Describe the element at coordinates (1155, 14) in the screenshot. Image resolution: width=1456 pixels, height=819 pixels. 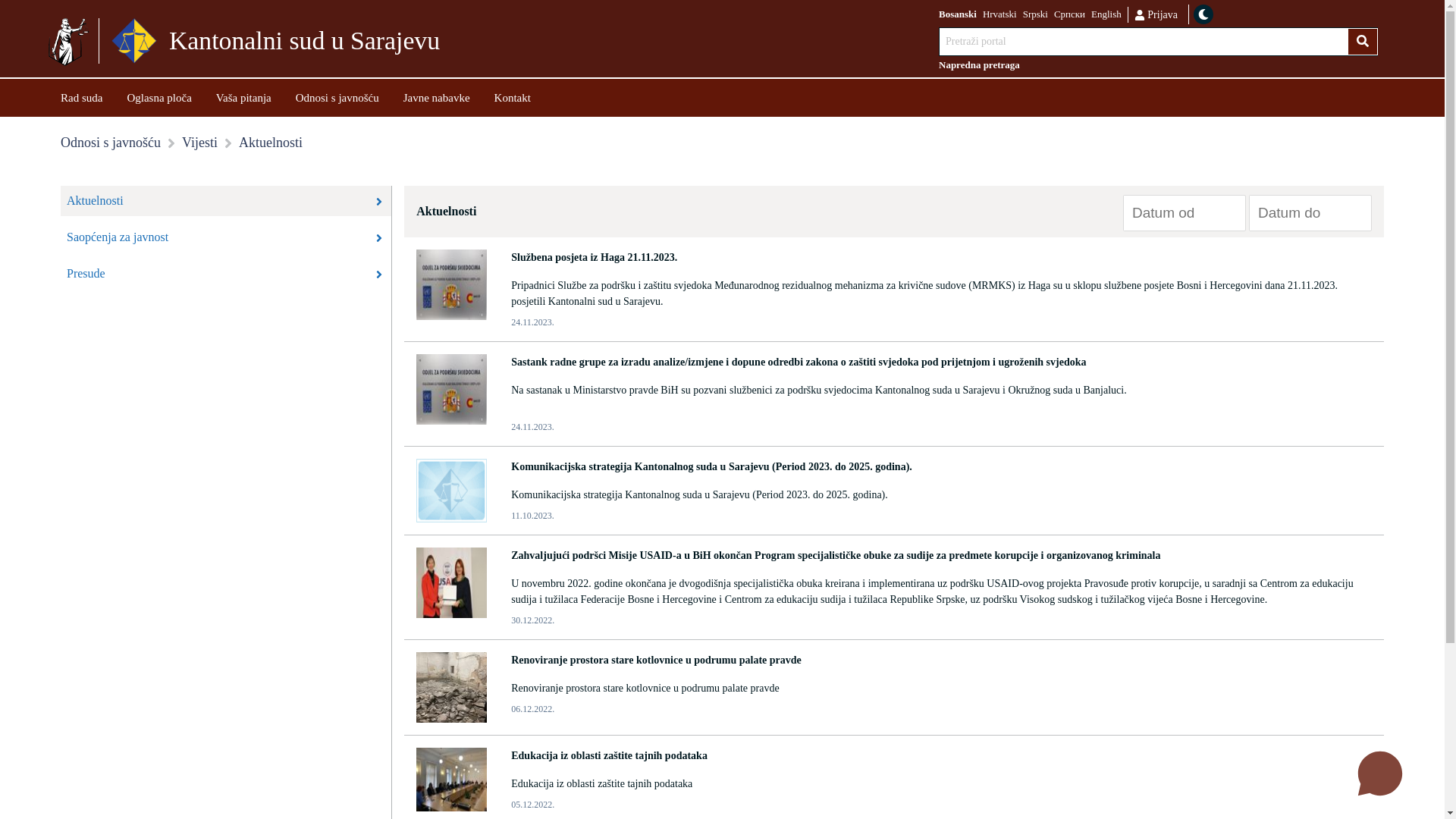
I see `'Prijava'` at that location.